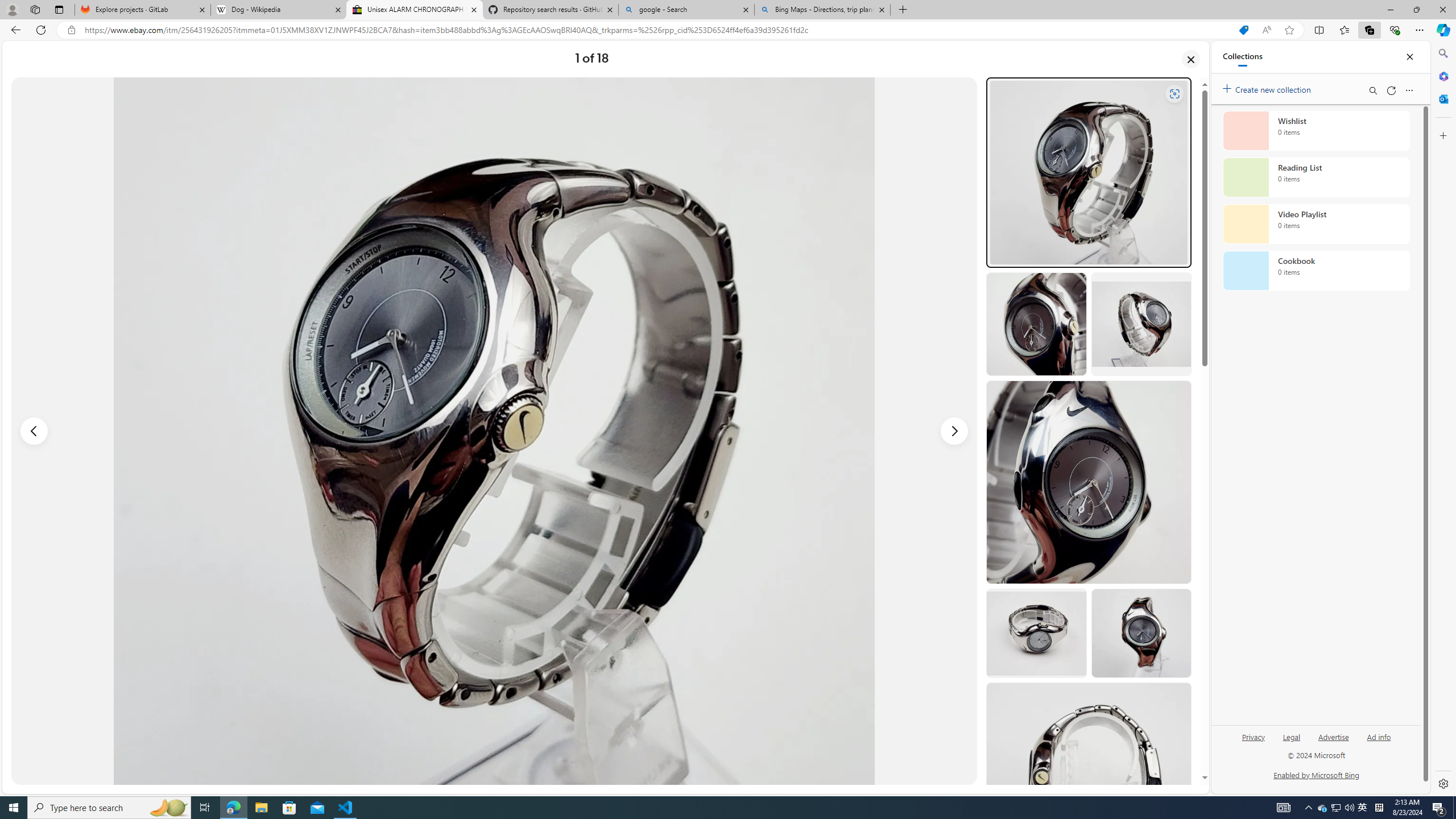 The height and width of the screenshot is (819, 1456). What do you see at coordinates (954, 431) in the screenshot?
I see `'Next image - Item images thumbnails'` at bounding box center [954, 431].